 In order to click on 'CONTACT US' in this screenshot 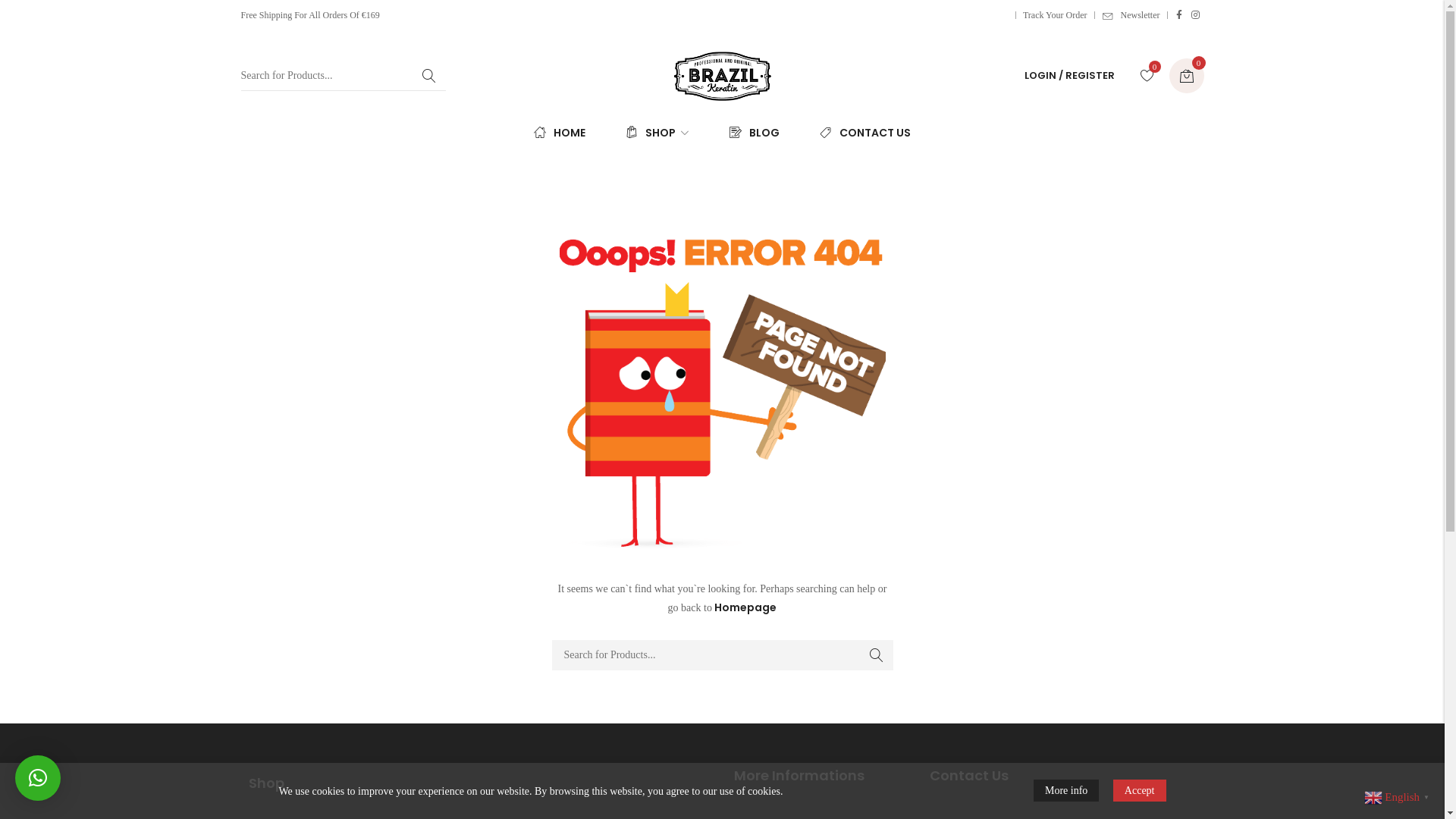, I will do `click(861, 131)`.